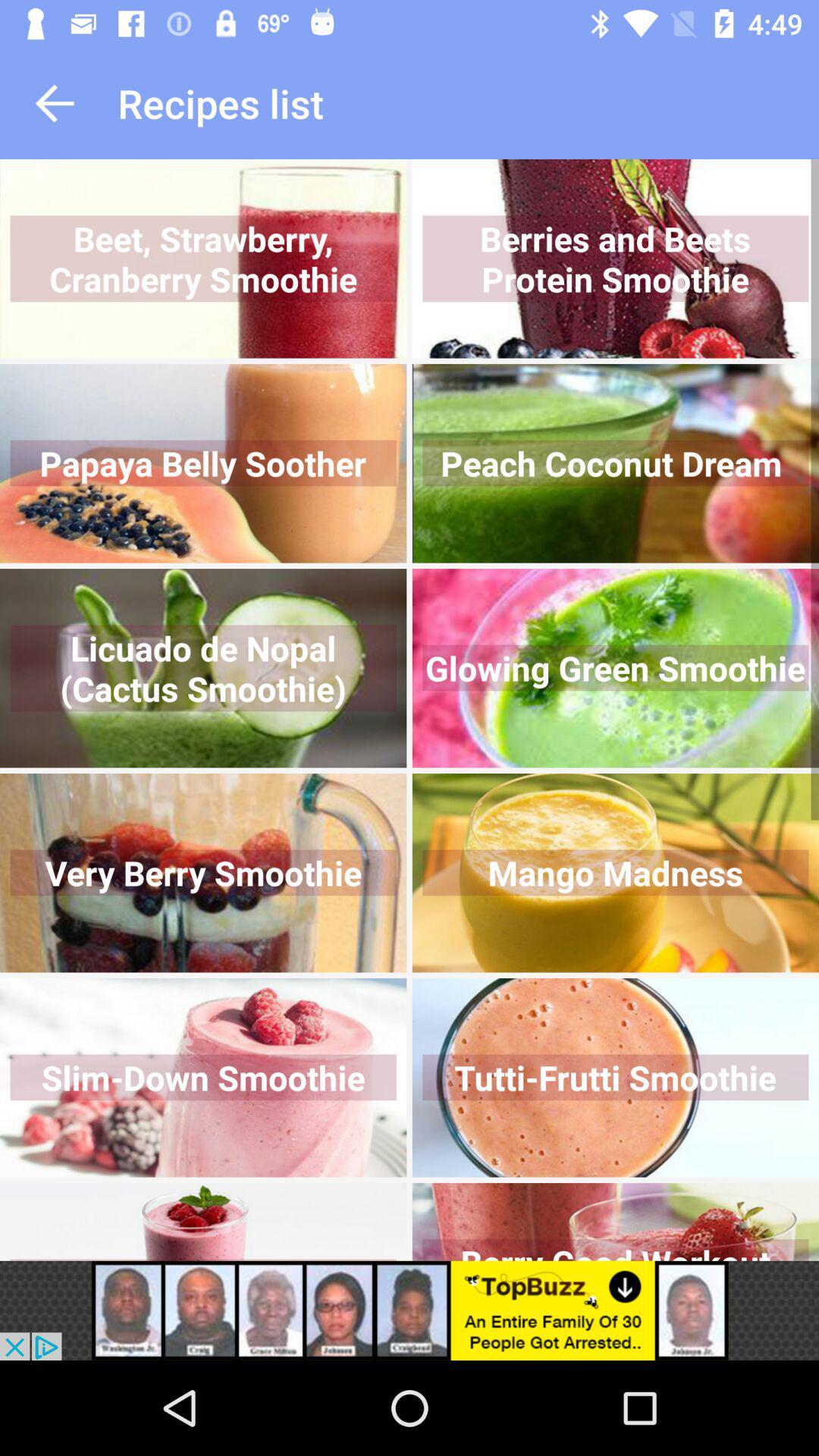 The image size is (819, 1456). I want to click on previous, so click(54, 102).